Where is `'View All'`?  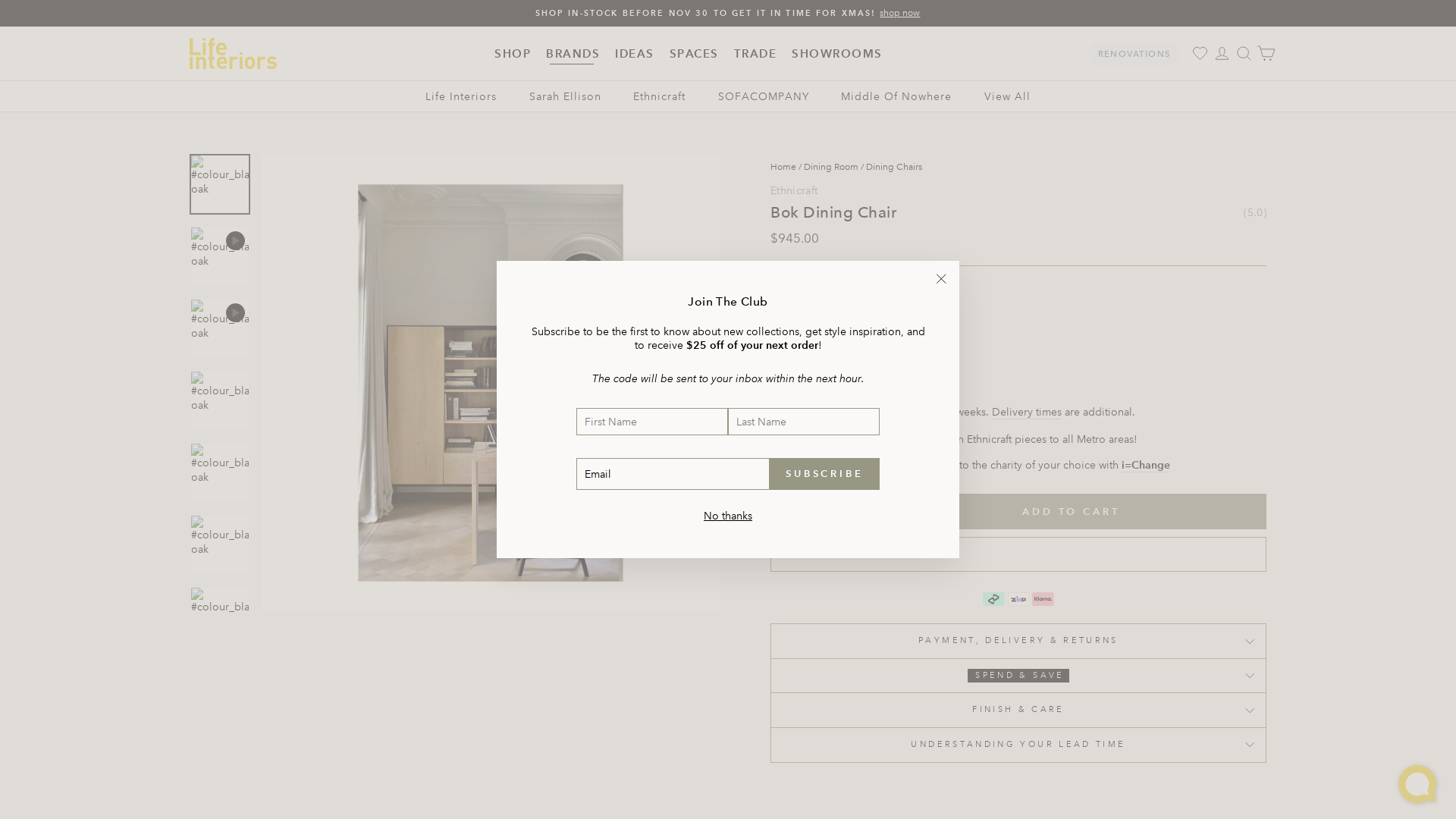
'View All' is located at coordinates (984, 96).